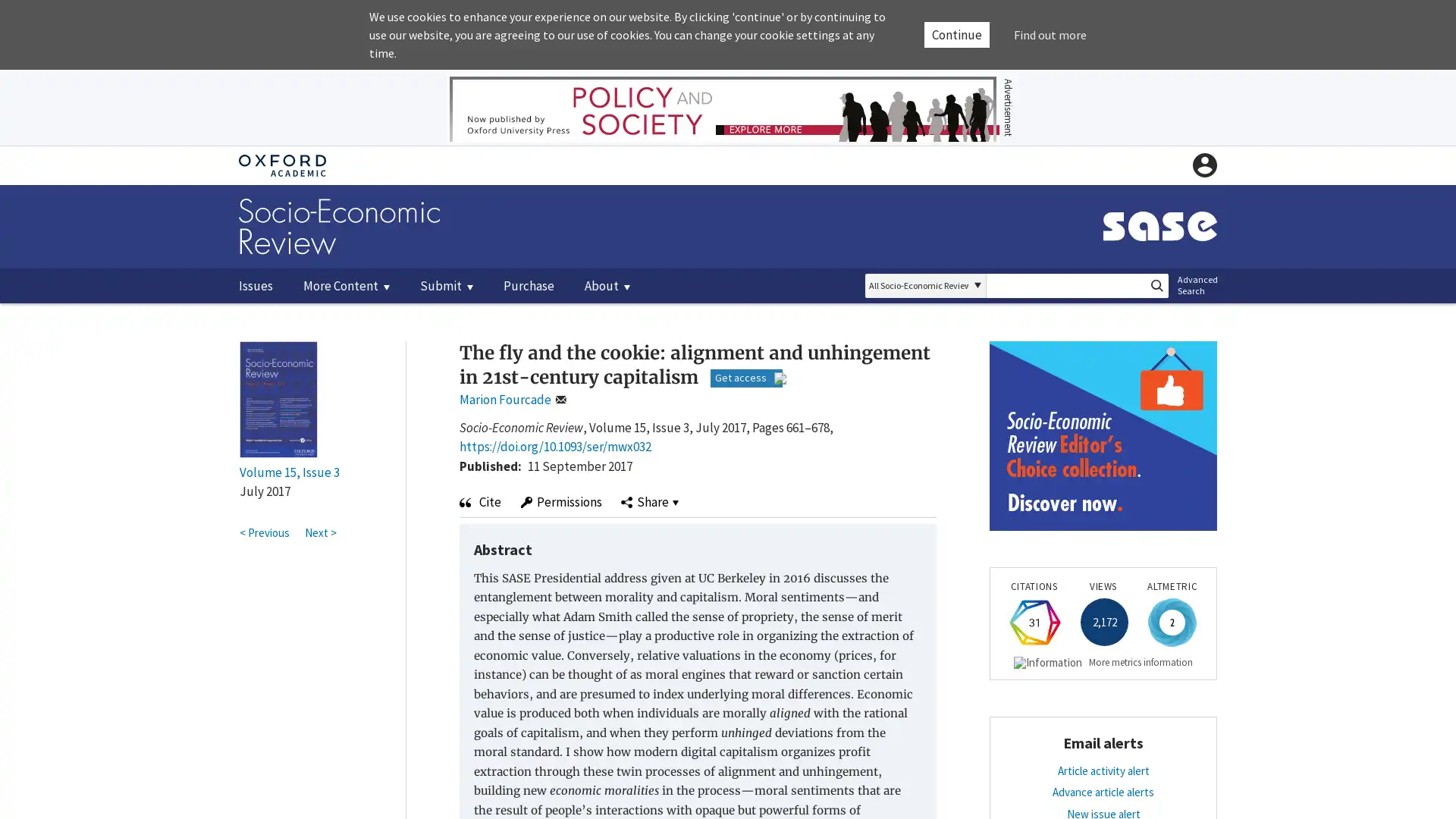 The height and width of the screenshot is (819, 1456). What do you see at coordinates (1203, 165) in the screenshot?
I see `Account` at bounding box center [1203, 165].